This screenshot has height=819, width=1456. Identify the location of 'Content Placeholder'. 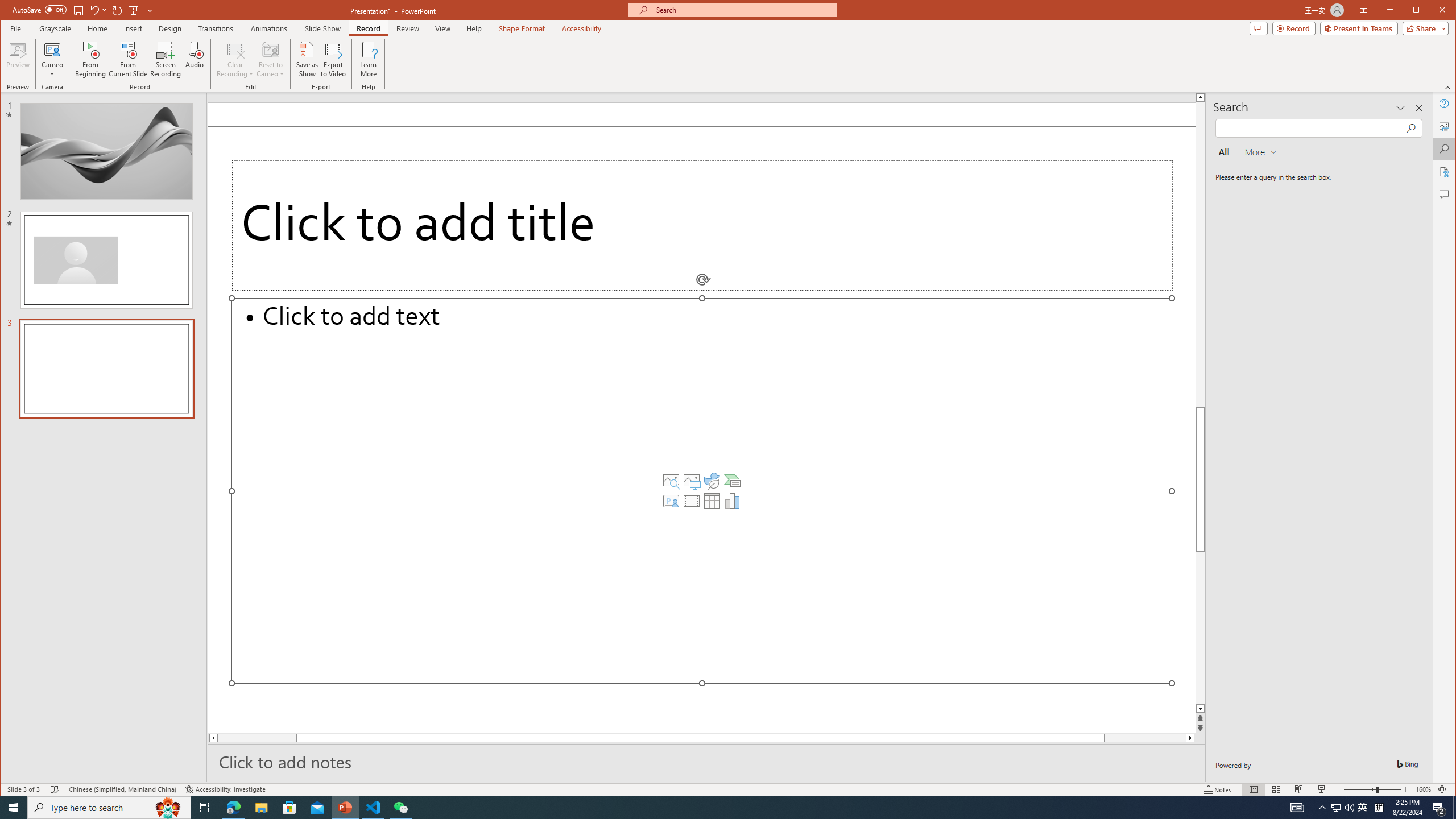
(701, 490).